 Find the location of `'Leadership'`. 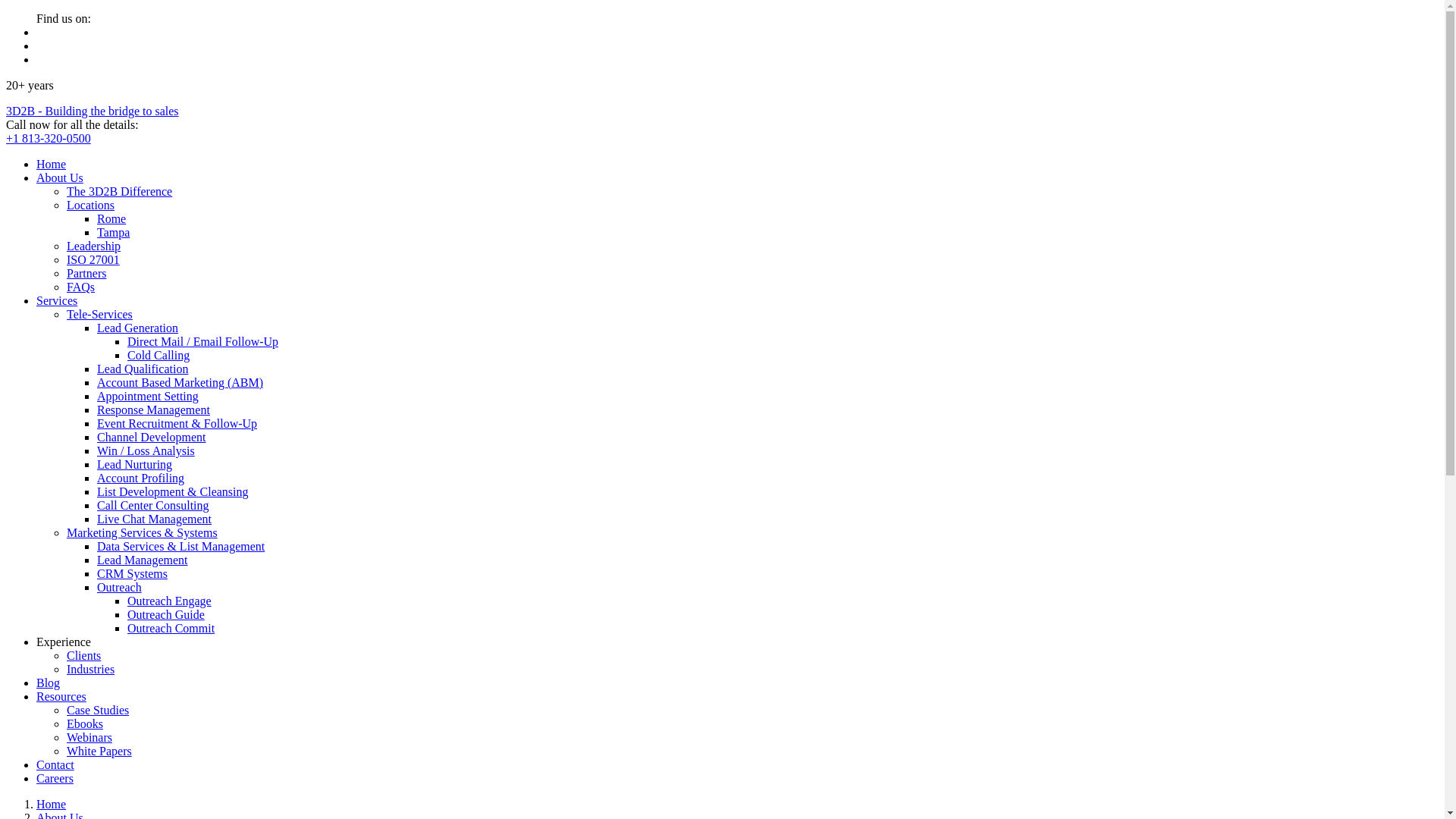

'Leadership' is located at coordinates (93, 245).